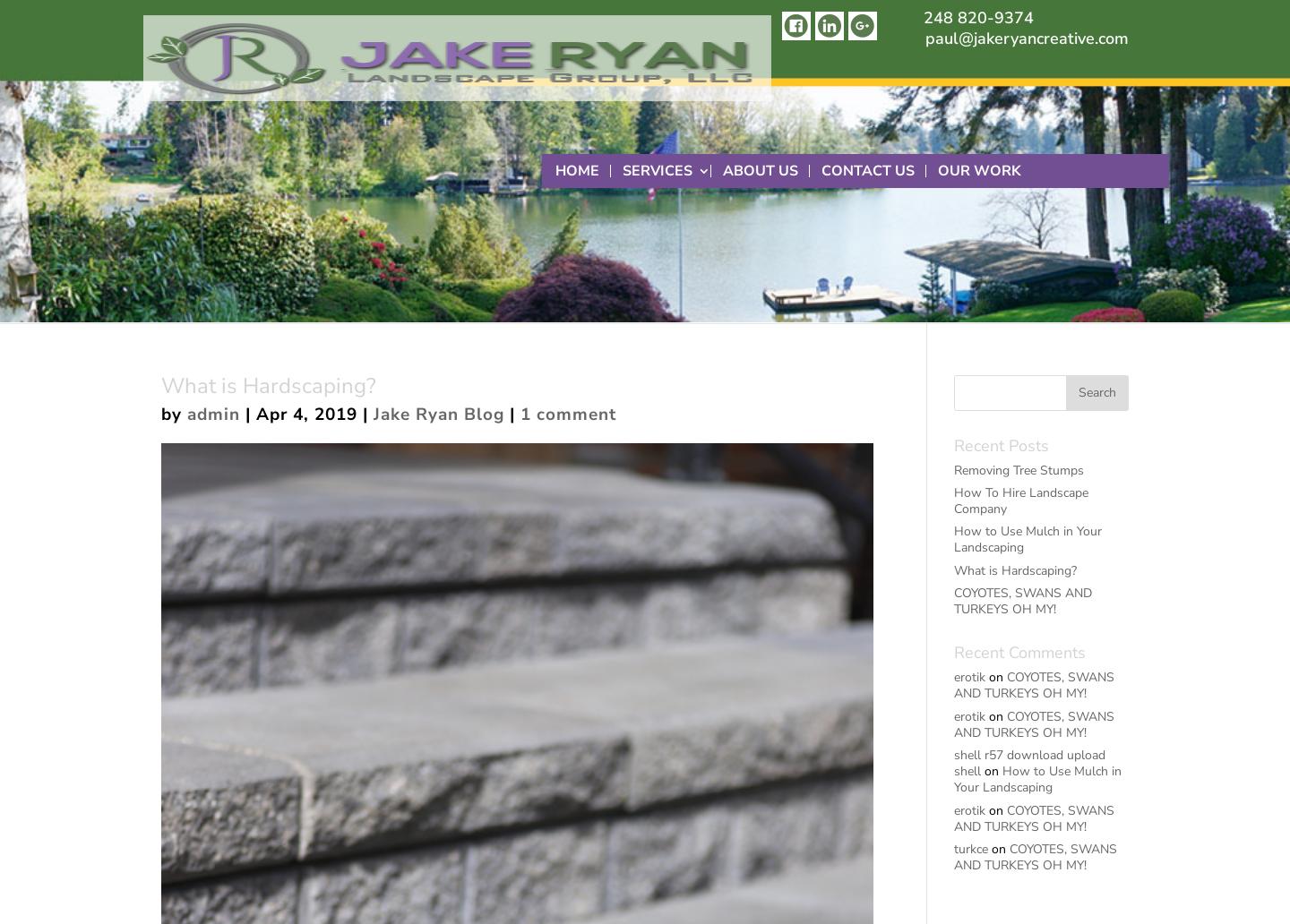  I want to click on '248 820-9374', so click(924, 18).